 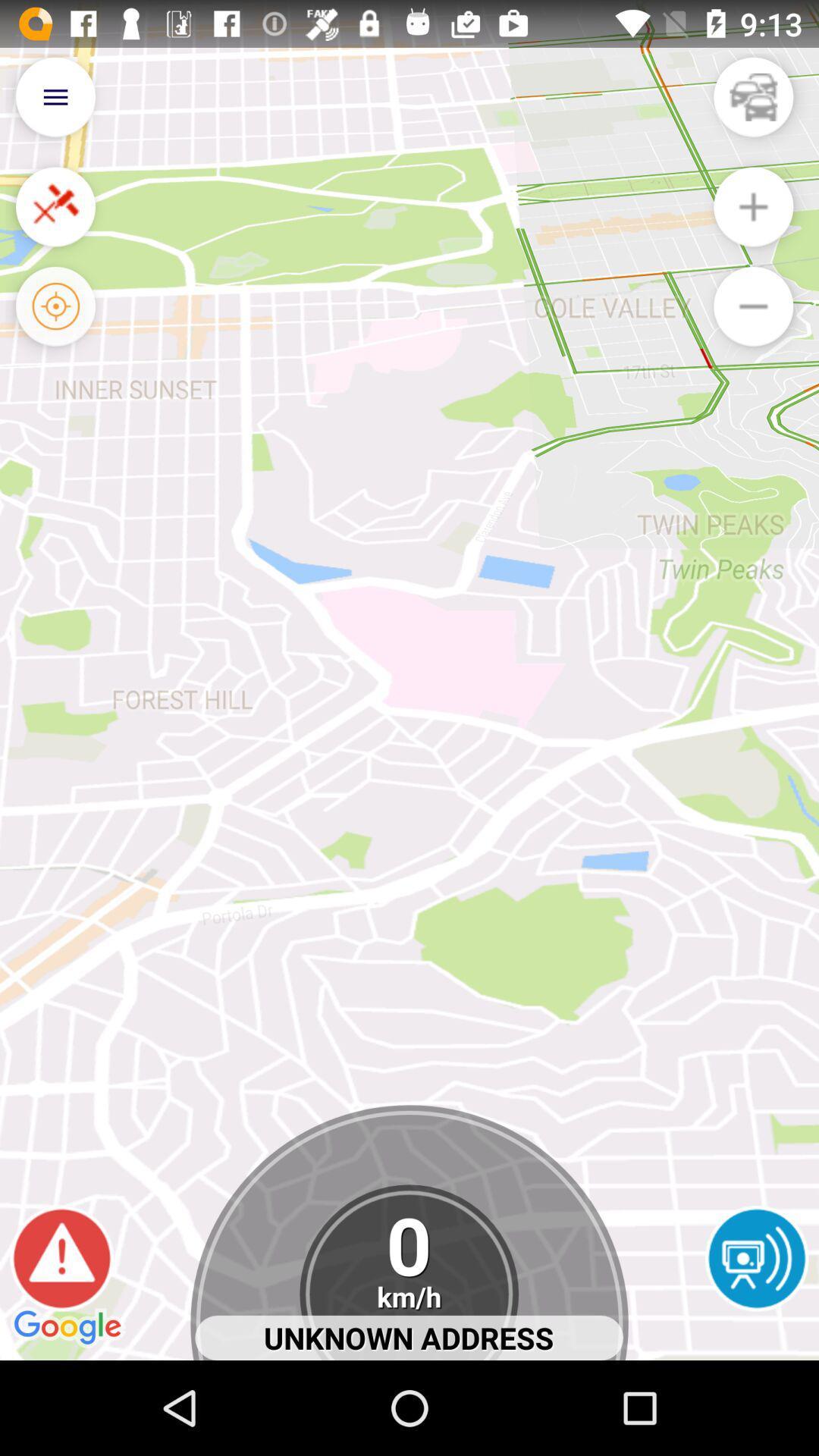 What do you see at coordinates (55, 327) in the screenshot?
I see `the location_crosshair icon` at bounding box center [55, 327].